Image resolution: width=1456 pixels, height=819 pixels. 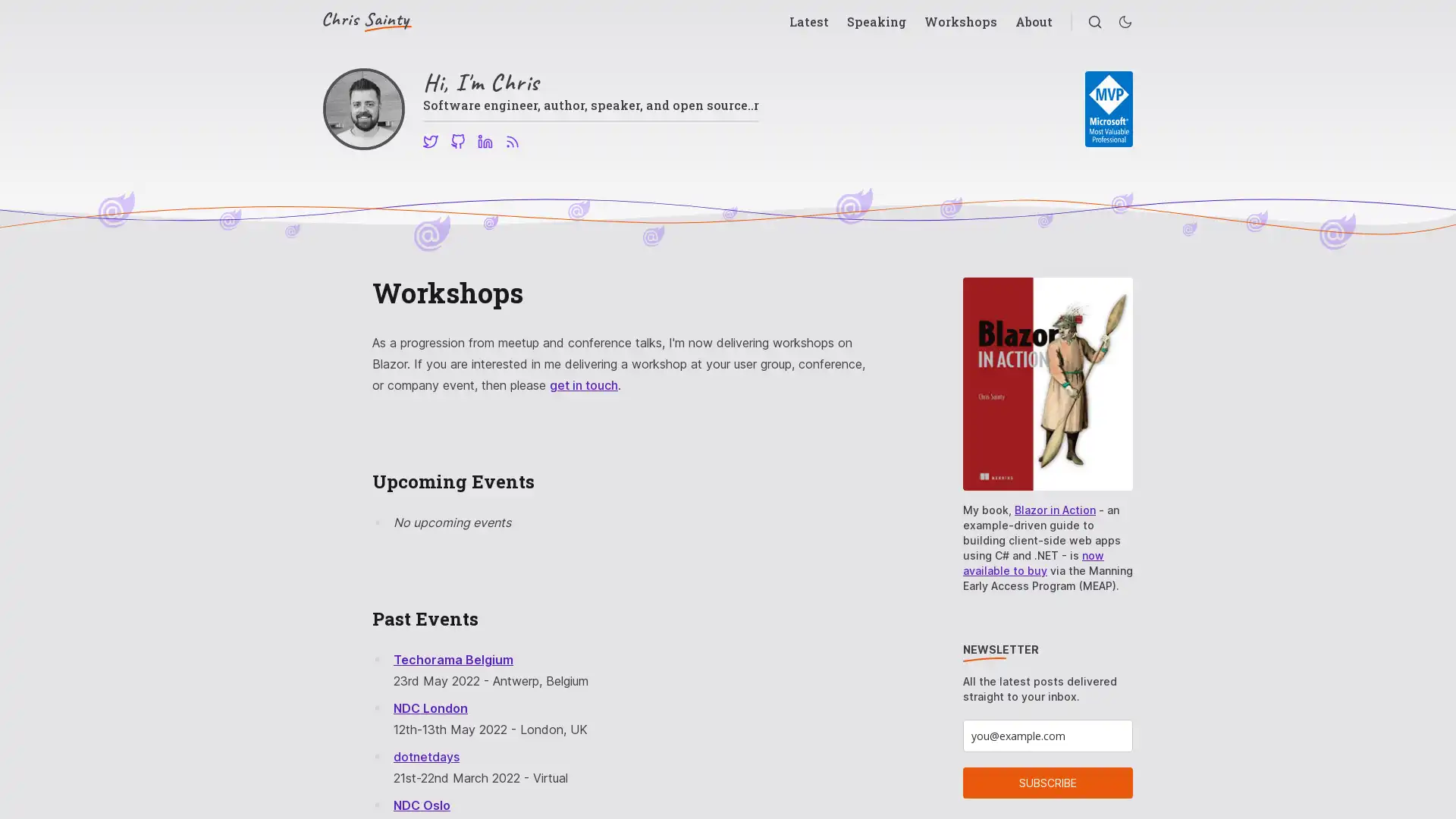 I want to click on SUBSCRIBE, so click(x=1047, y=783).